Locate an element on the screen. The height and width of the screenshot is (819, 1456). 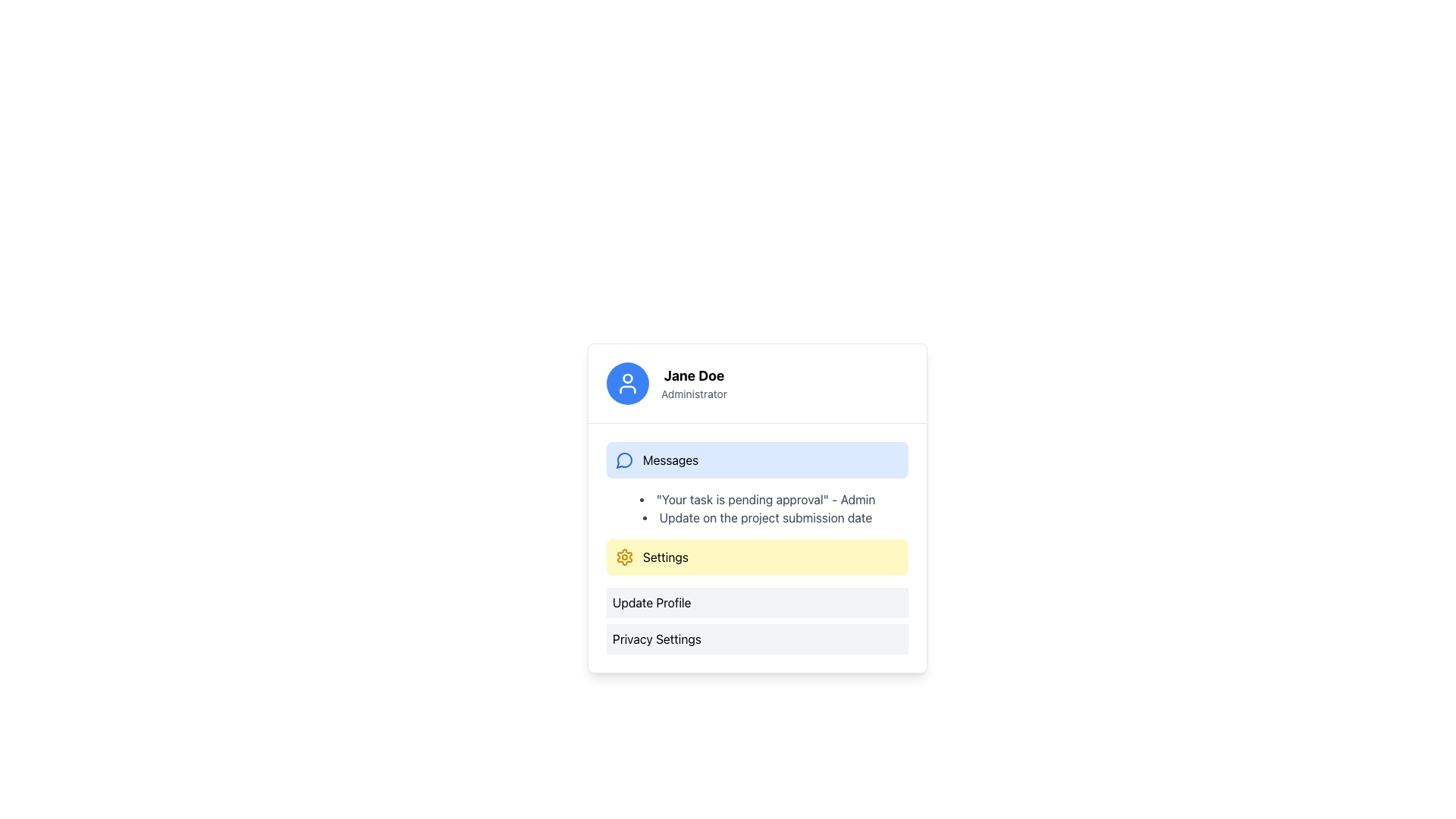
the privacy settings button located directly below the 'Update Profile' button is located at coordinates (757, 639).